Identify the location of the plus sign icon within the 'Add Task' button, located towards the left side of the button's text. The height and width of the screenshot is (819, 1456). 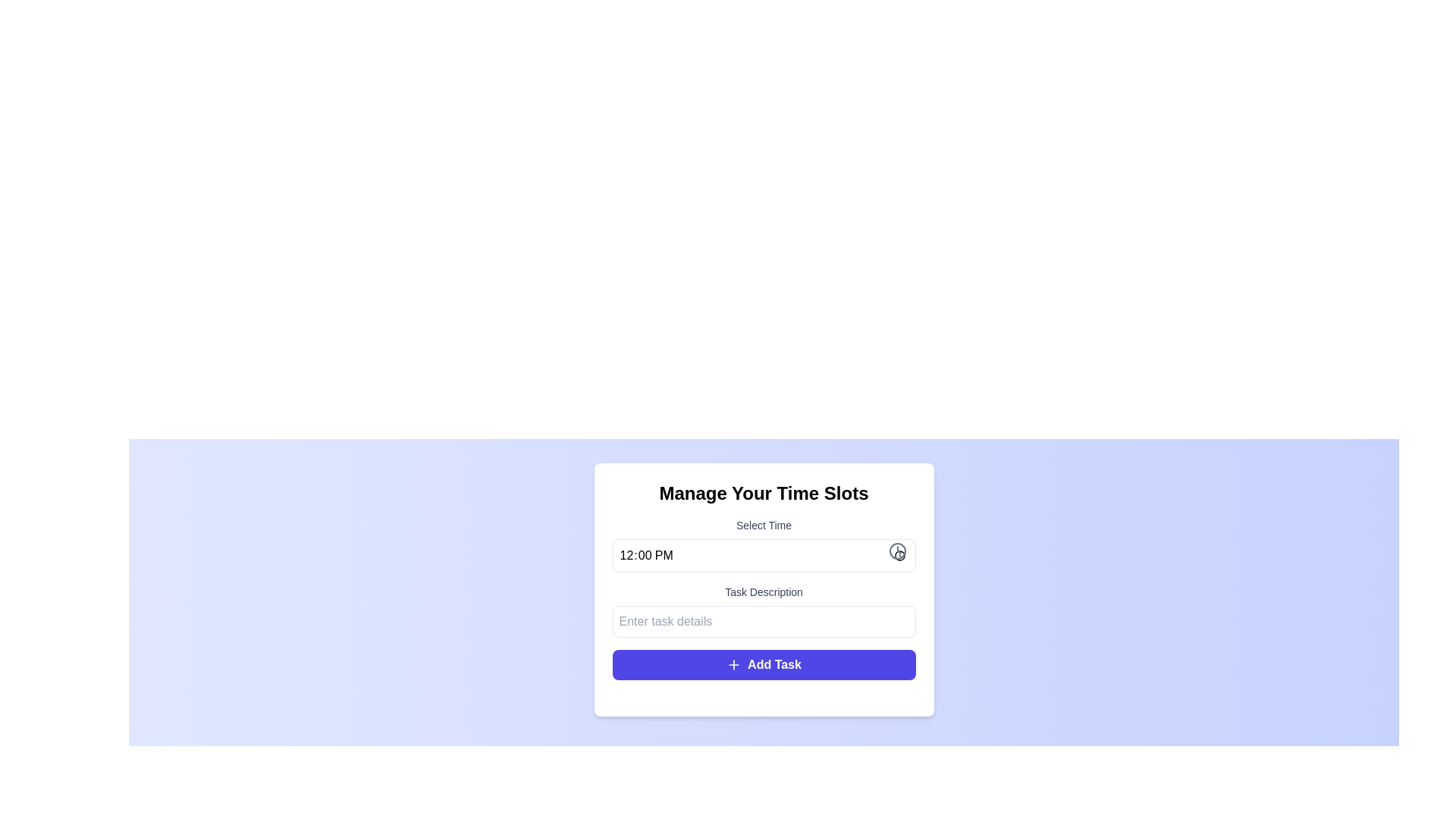
(734, 664).